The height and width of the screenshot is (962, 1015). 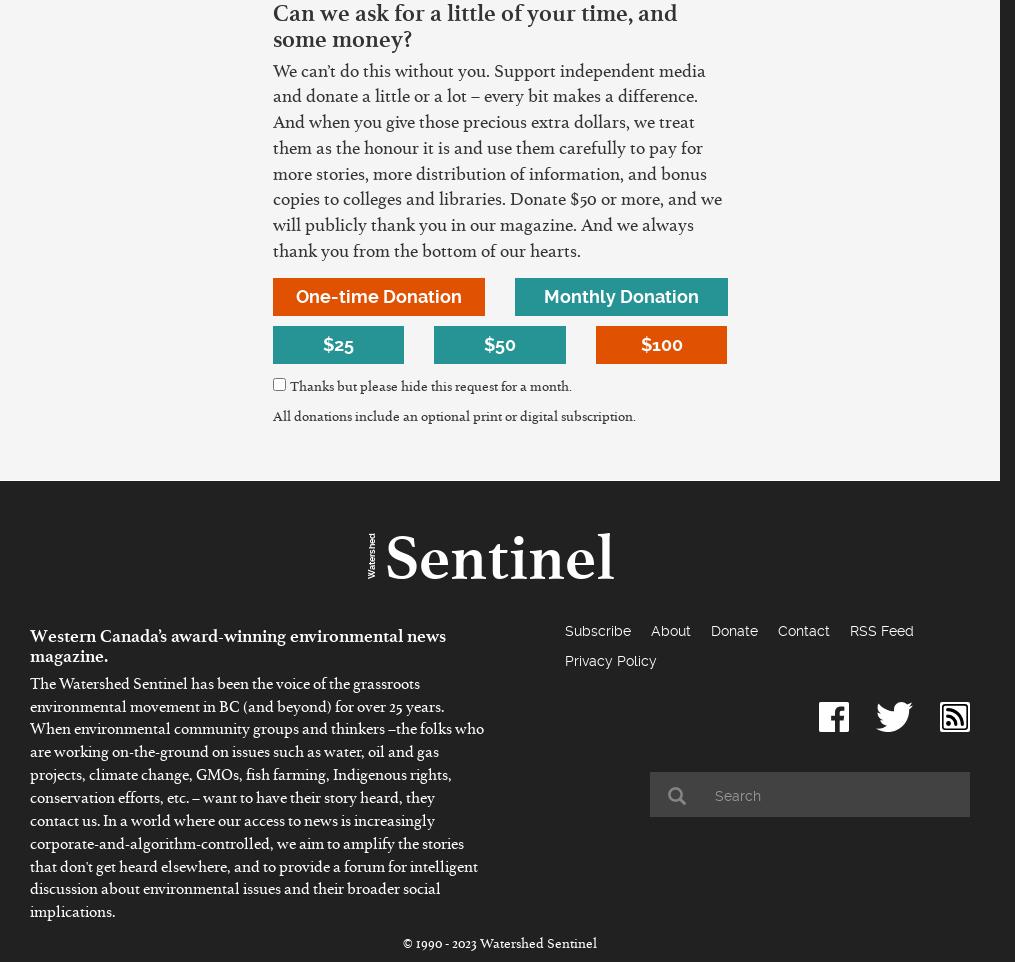 What do you see at coordinates (429, 388) in the screenshot?
I see `'Thanks but please hide this request for a month.'` at bounding box center [429, 388].